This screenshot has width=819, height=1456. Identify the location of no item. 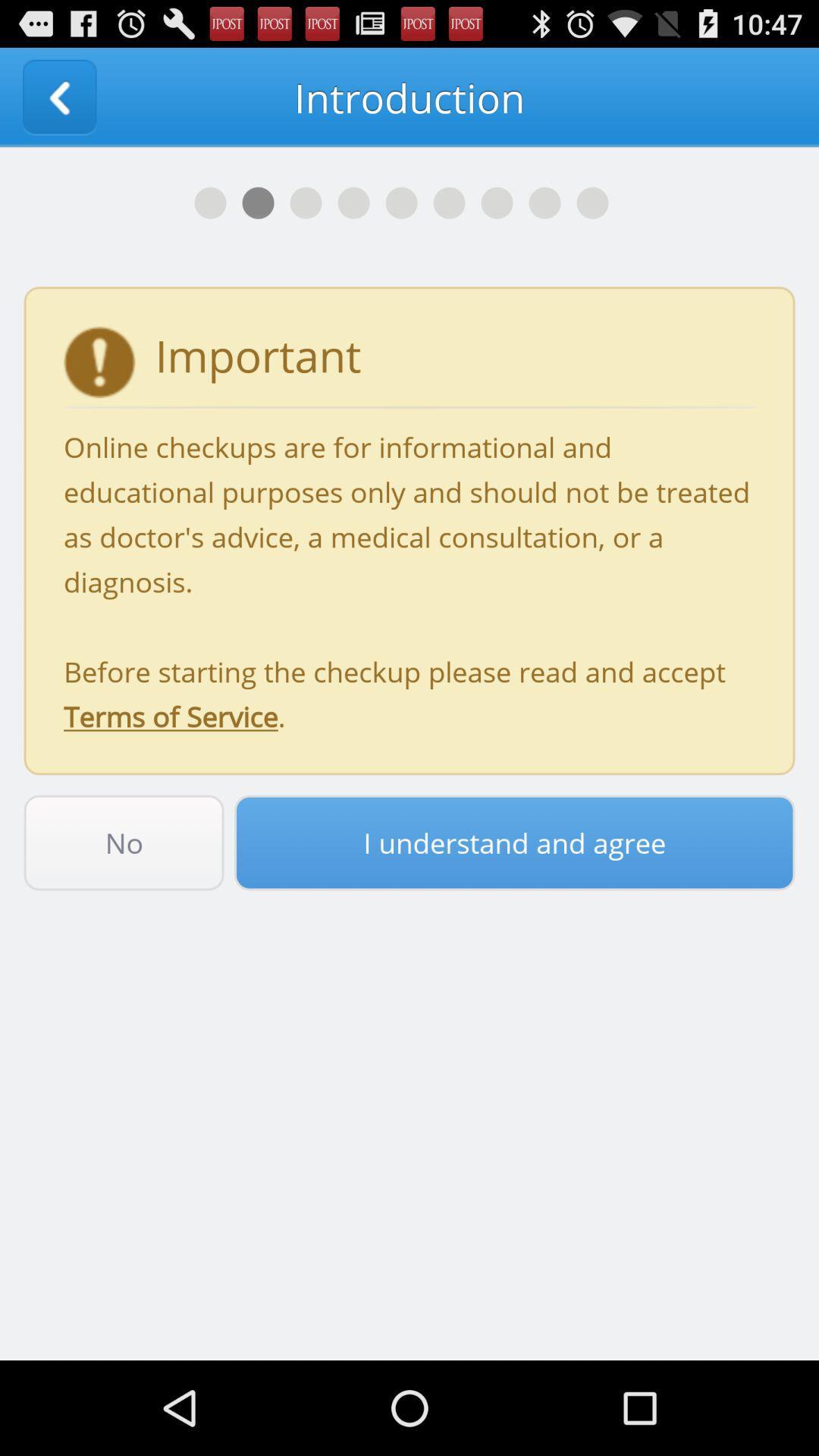
(123, 842).